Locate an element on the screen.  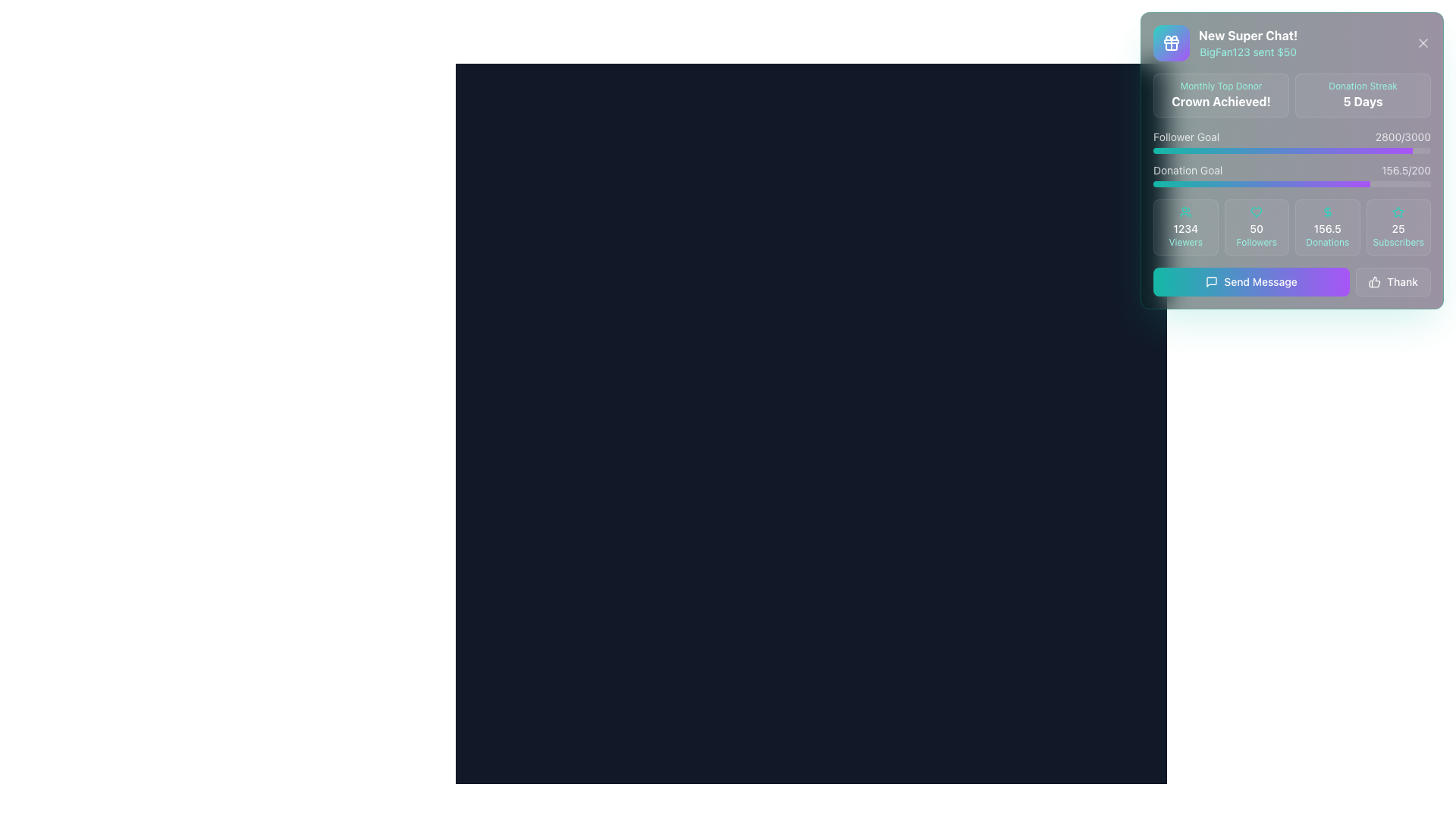
other elements inside the Notification Bar that indicates a new Super Chat event, which features a bold title 'New Super Chat!' and a dismiss button on the right is located at coordinates (1291, 42).